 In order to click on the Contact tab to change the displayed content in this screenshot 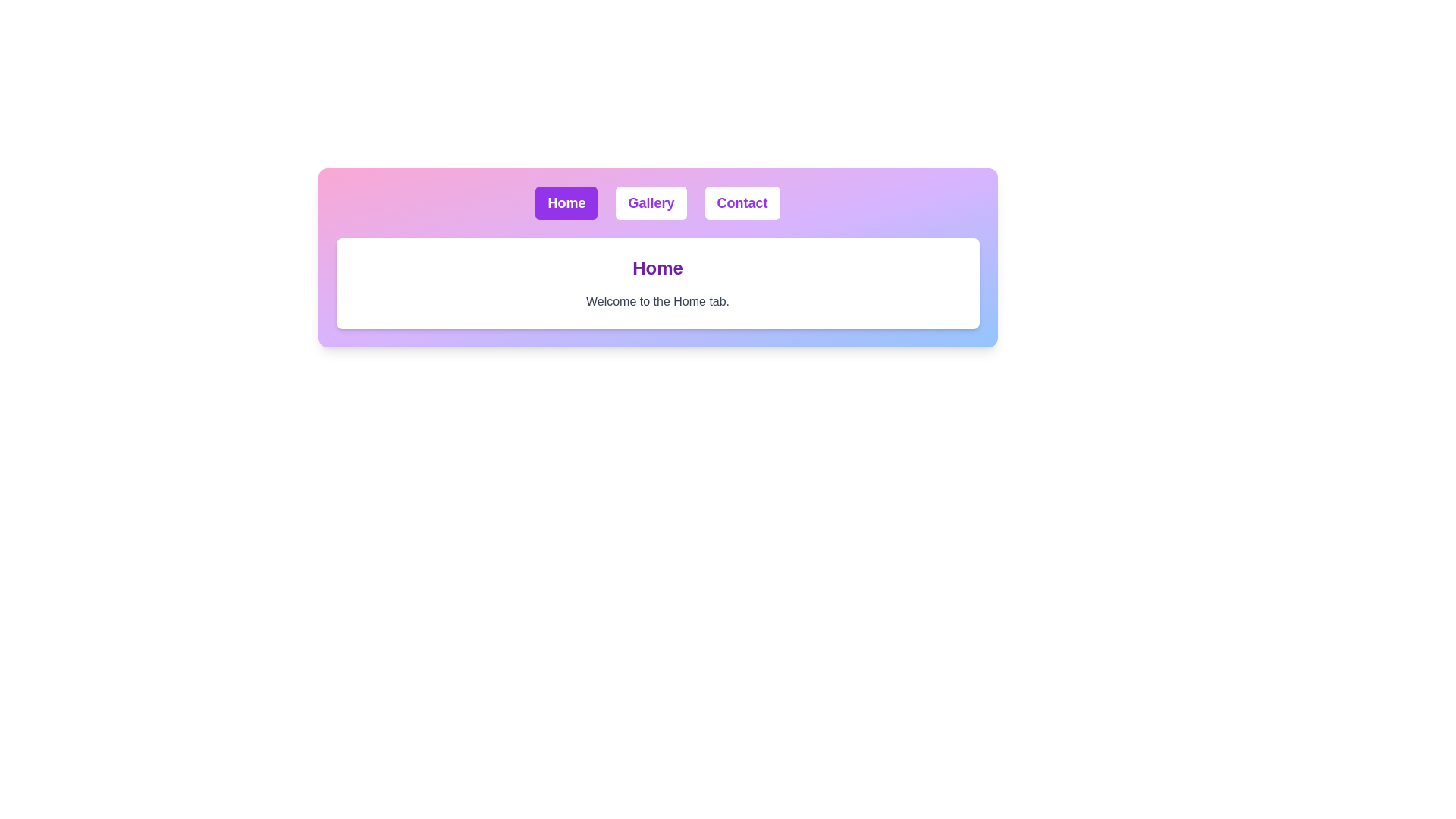, I will do `click(742, 202)`.